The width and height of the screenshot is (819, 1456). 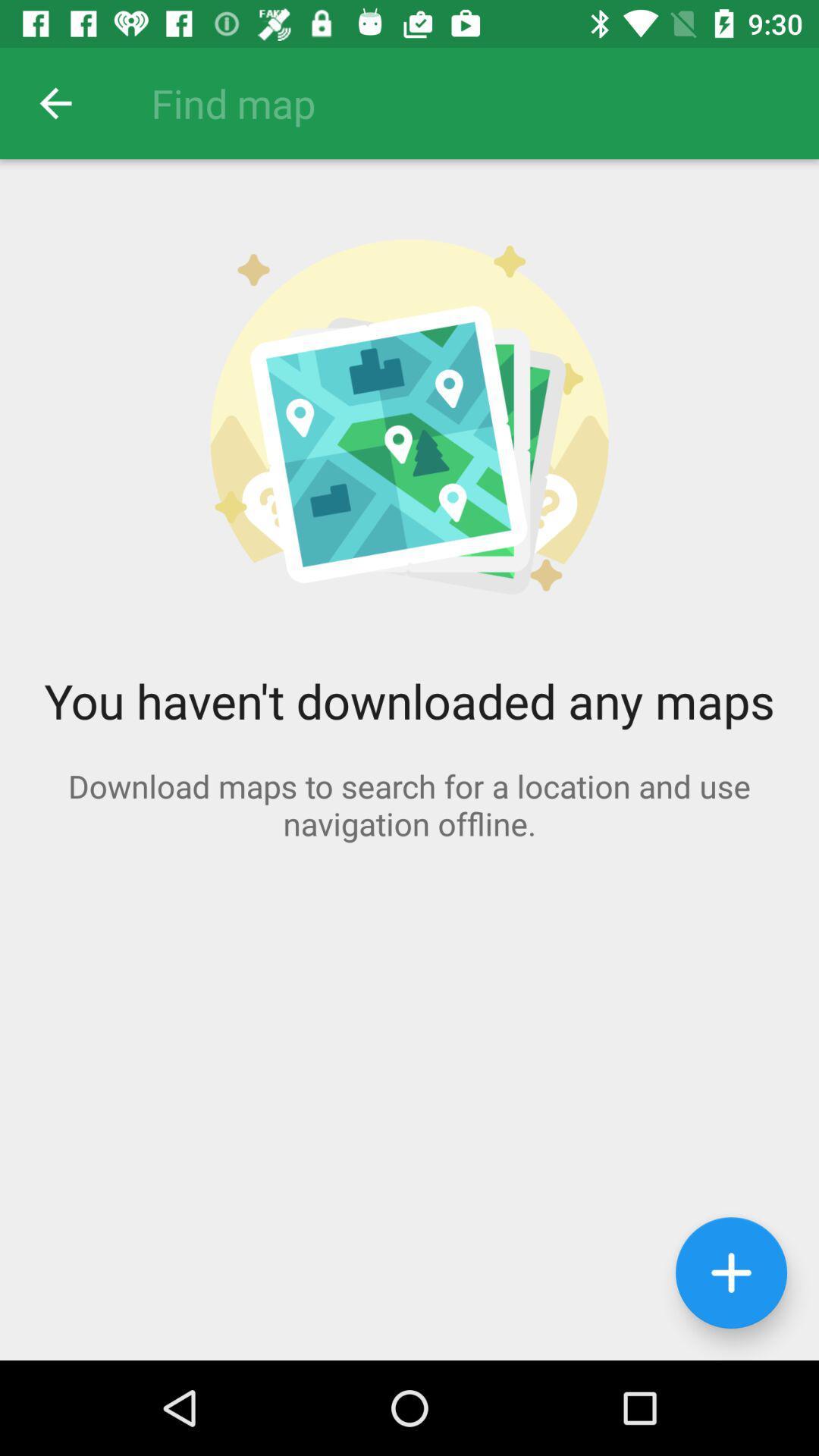 What do you see at coordinates (730, 1272) in the screenshot?
I see `the icon at the bottom right corner of the page` at bounding box center [730, 1272].